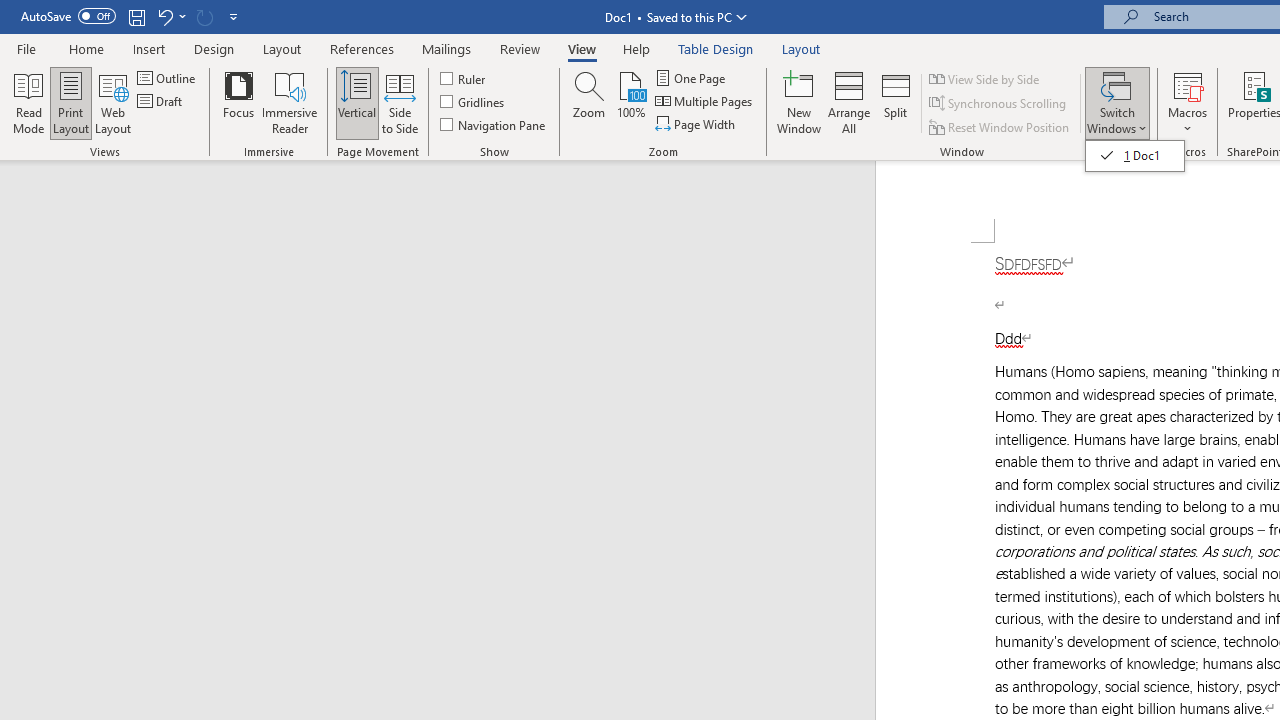 This screenshot has width=1280, height=720. What do you see at coordinates (494, 124) in the screenshot?
I see `'Navigation Pane'` at bounding box center [494, 124].